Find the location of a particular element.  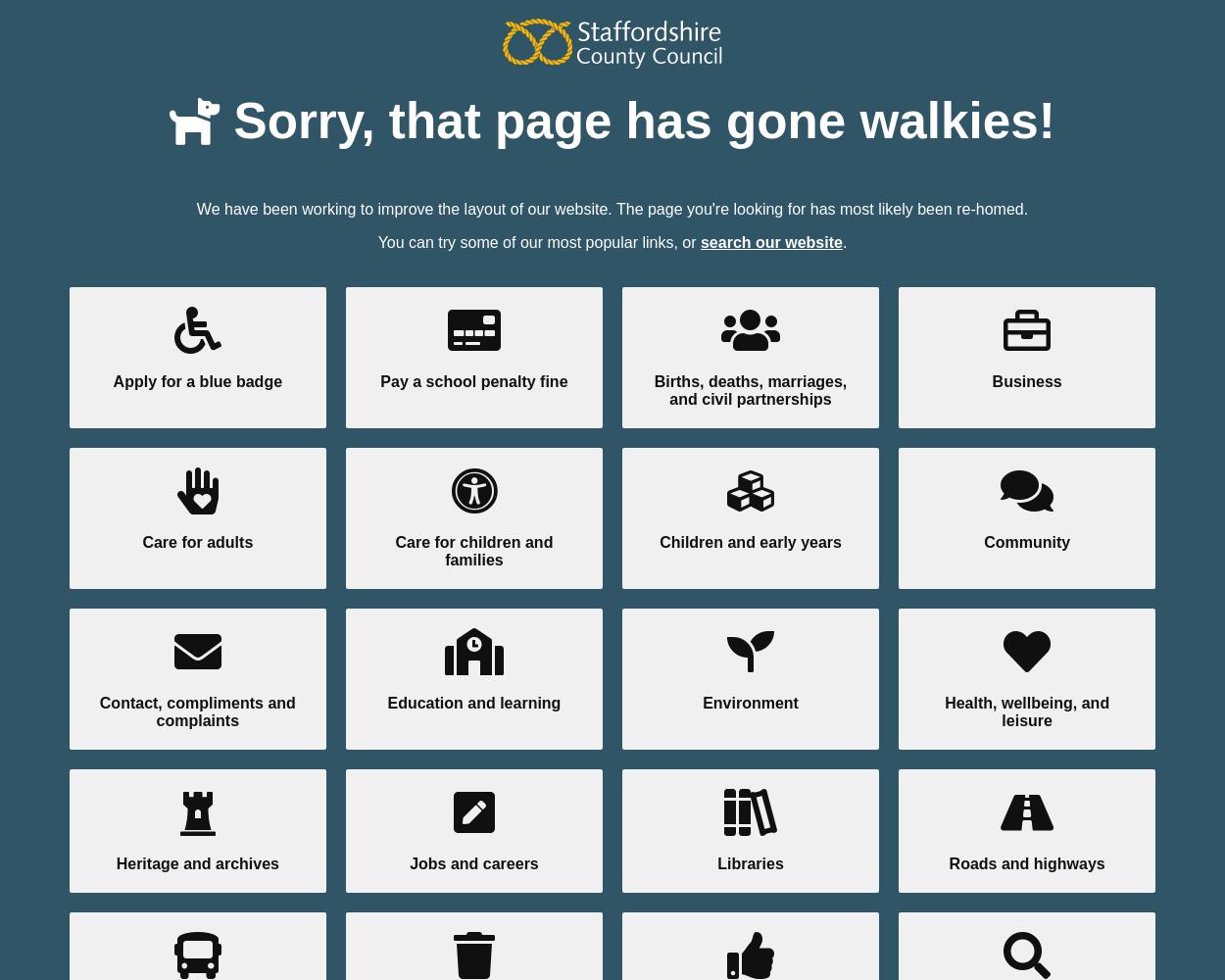

'Apply for a blue badge' is located at coordinates (196, 380).